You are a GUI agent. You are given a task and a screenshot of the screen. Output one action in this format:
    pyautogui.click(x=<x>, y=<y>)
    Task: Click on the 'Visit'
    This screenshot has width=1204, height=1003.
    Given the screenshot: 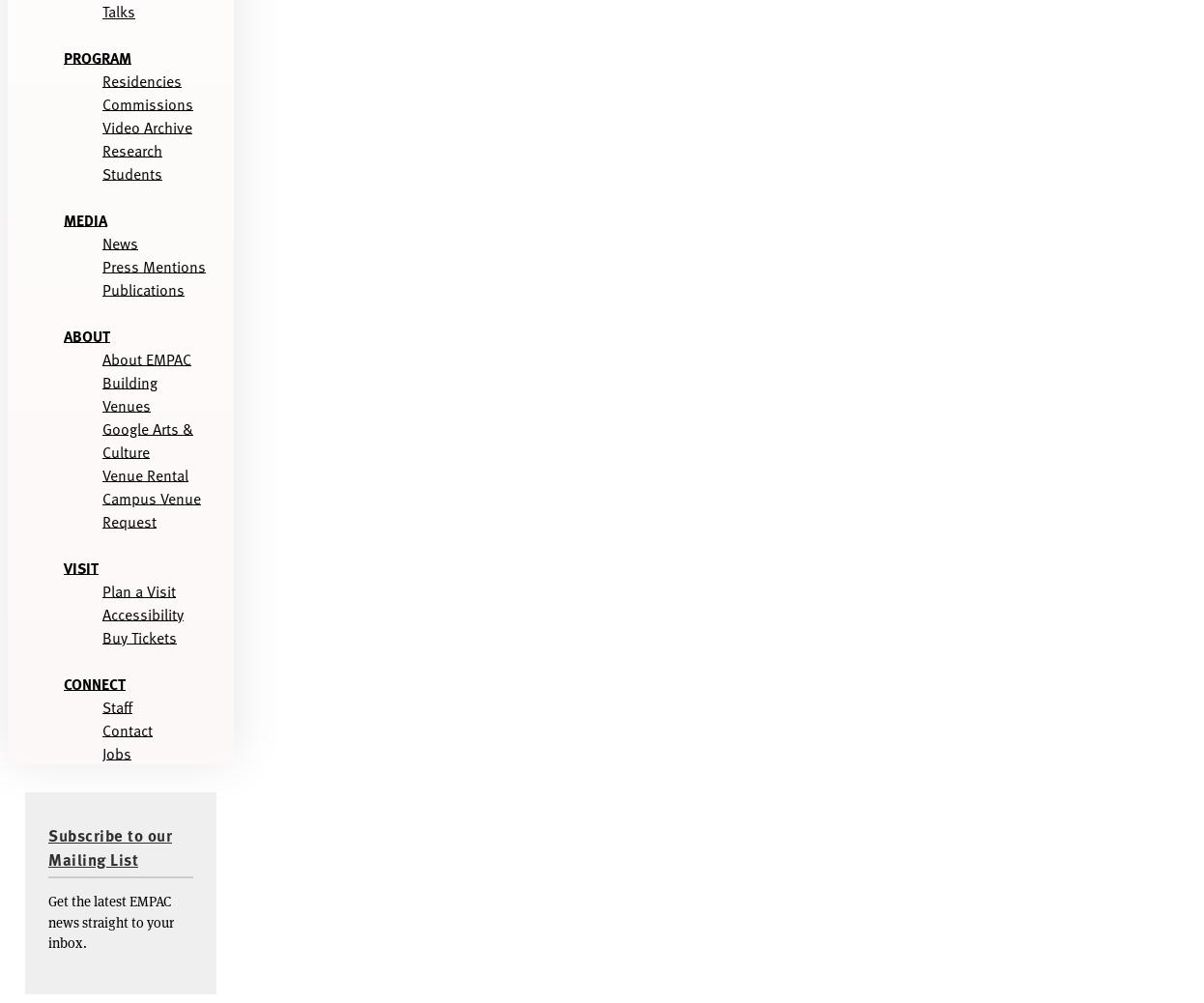 What is the action you would take?
    pyautogui.click(x=80, y=565)
    